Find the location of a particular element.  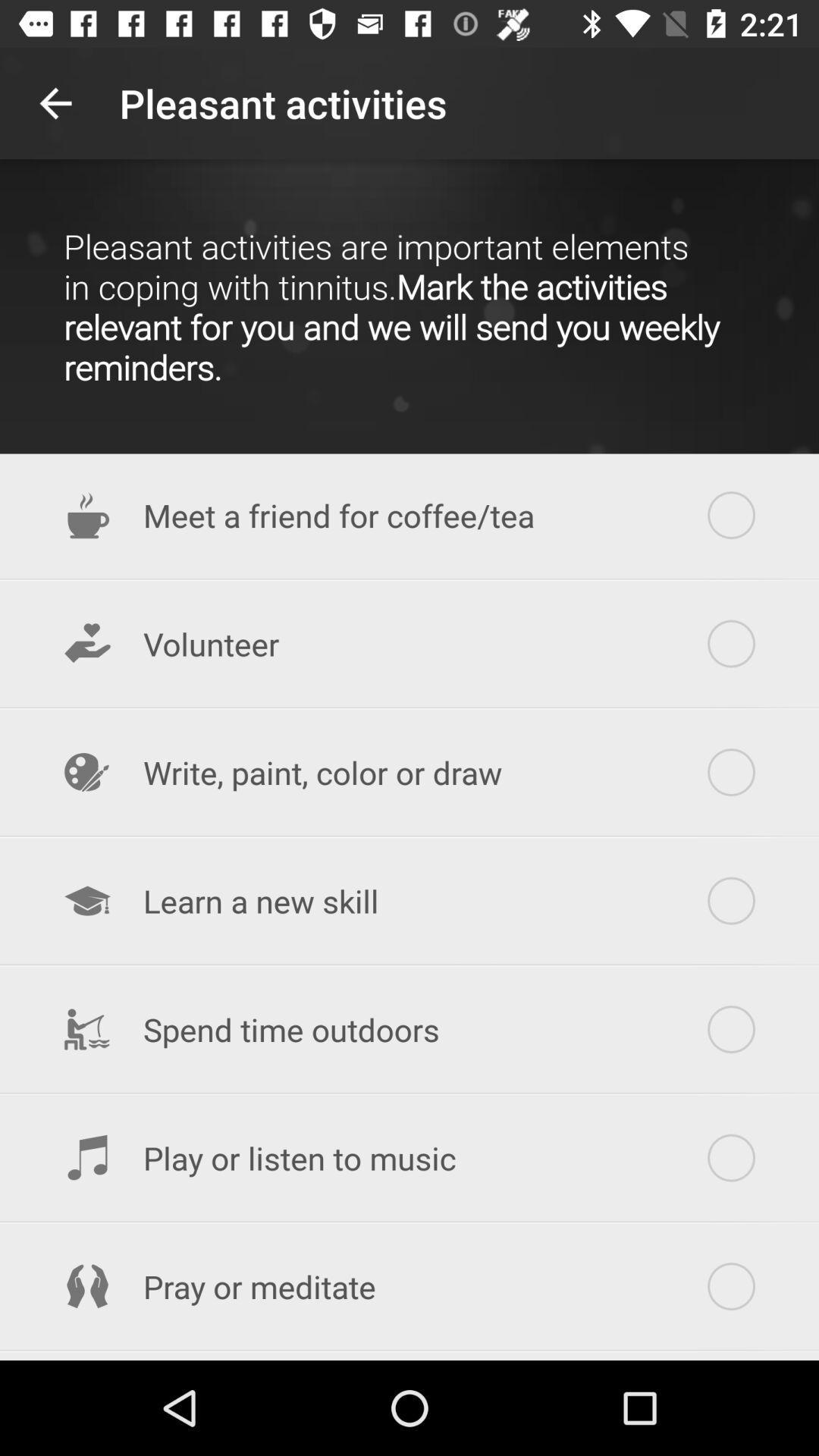

icon below the play or listen item is located at coordinates (409, 1285).